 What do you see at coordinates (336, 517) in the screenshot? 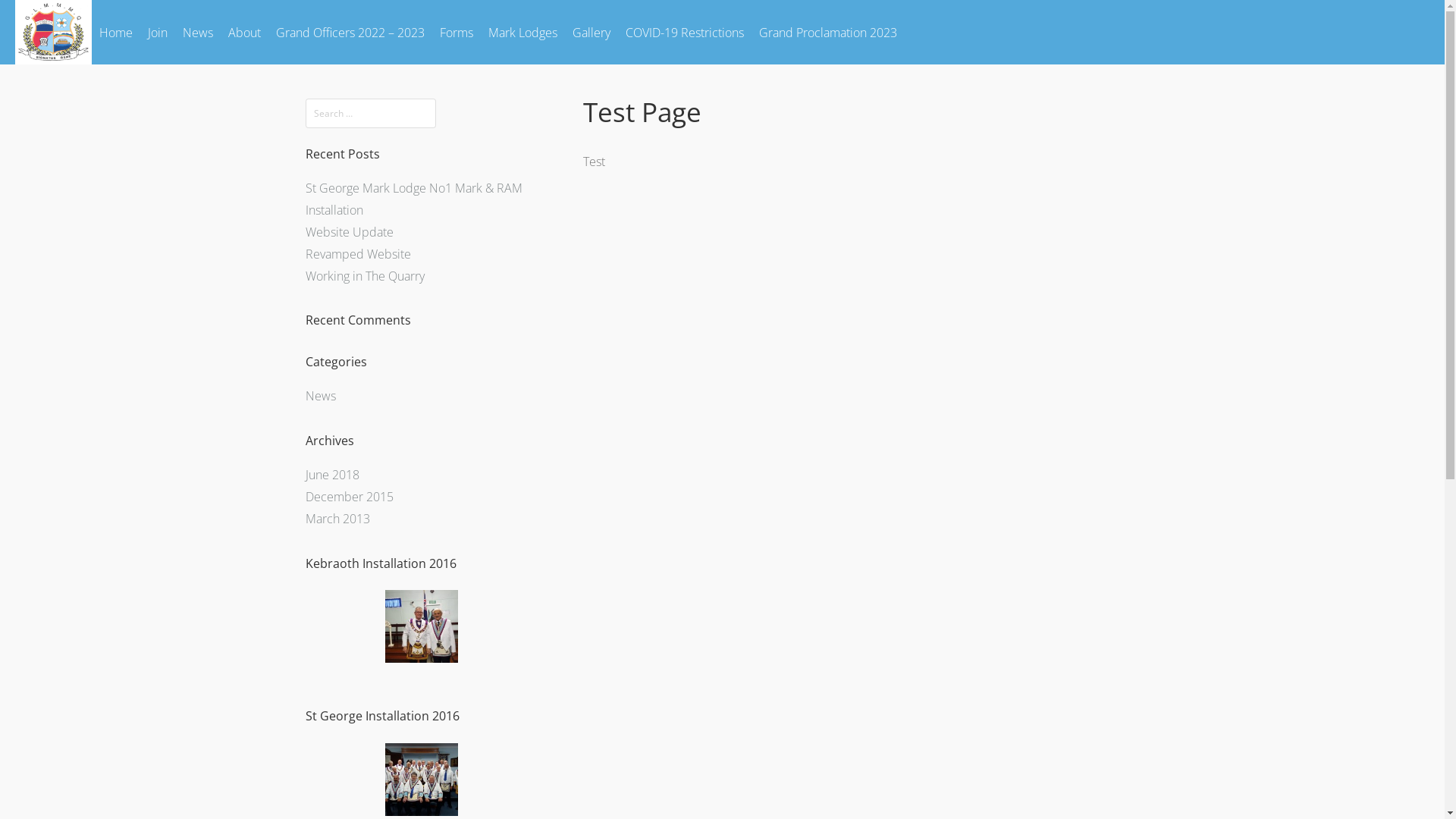
I see `'March 2013'` at bounding box center [336, 517].